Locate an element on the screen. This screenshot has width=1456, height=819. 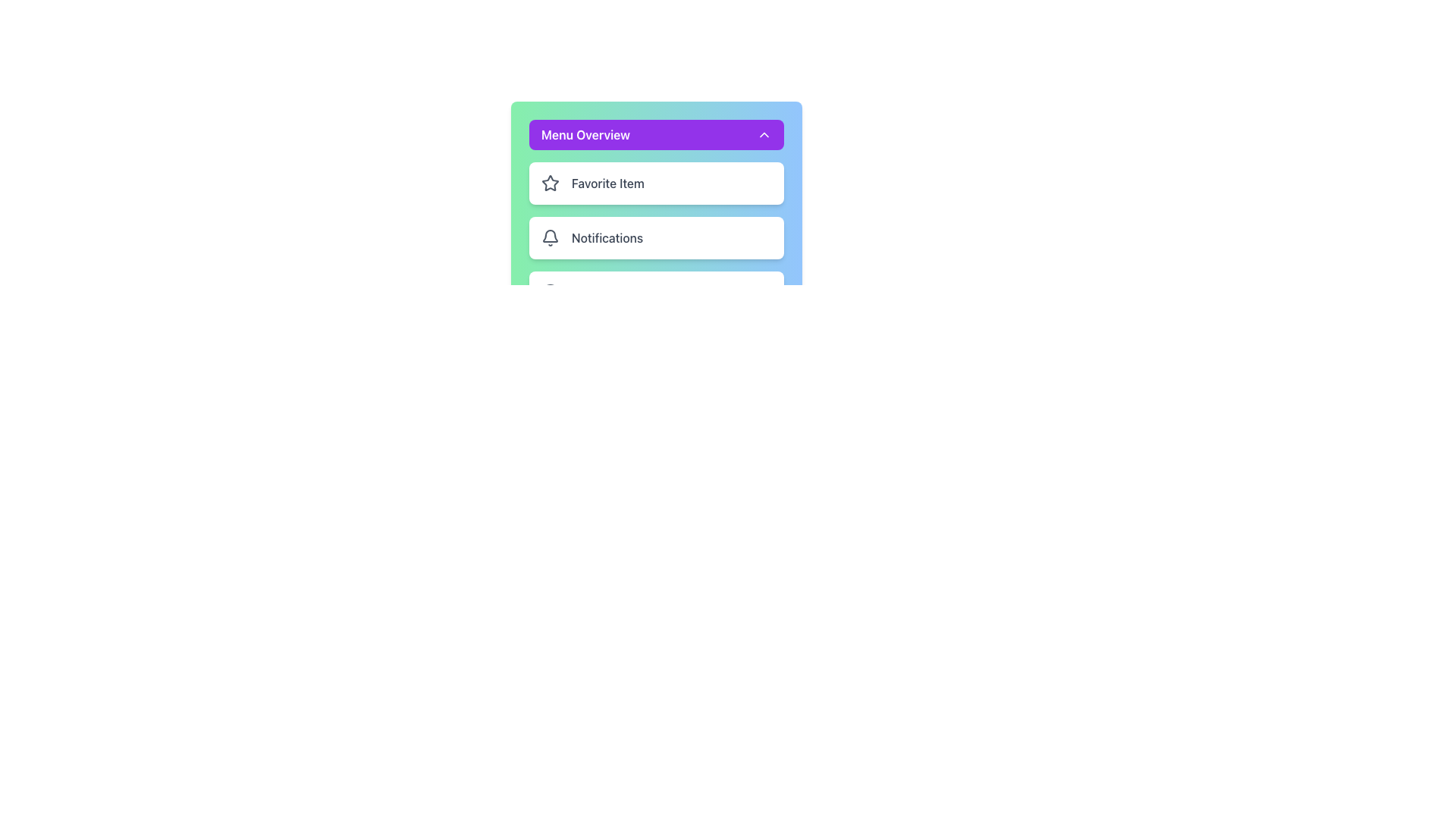
the 'Favorite Item' icon located to the left of the text label in the 'Menu Overview' options menu is located at coordinates (549, 182).